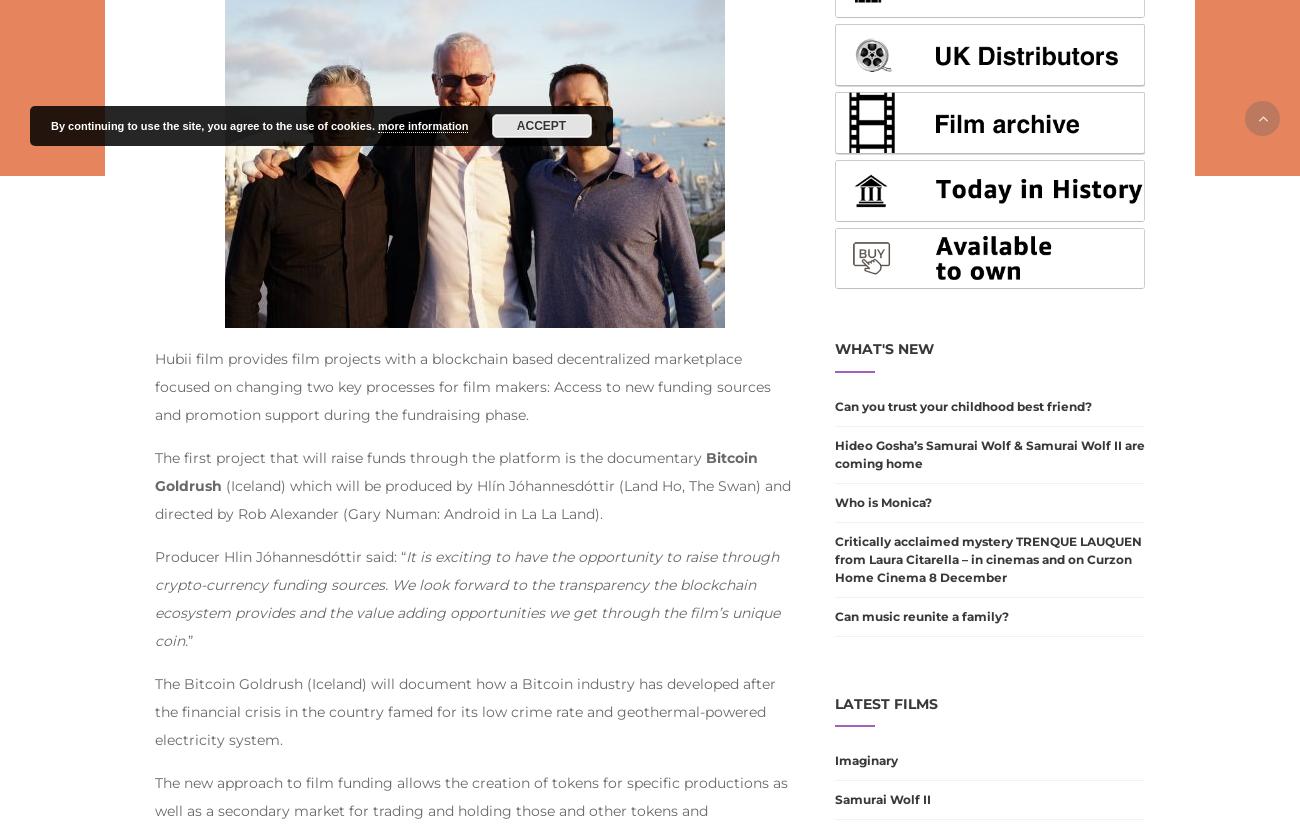 This screenshot has height=824, width=1300. Describe the element at coordinates (430, 456) in the screenshot. I see `'The first project that will raise funds through the platform is the documentary'` at that location.